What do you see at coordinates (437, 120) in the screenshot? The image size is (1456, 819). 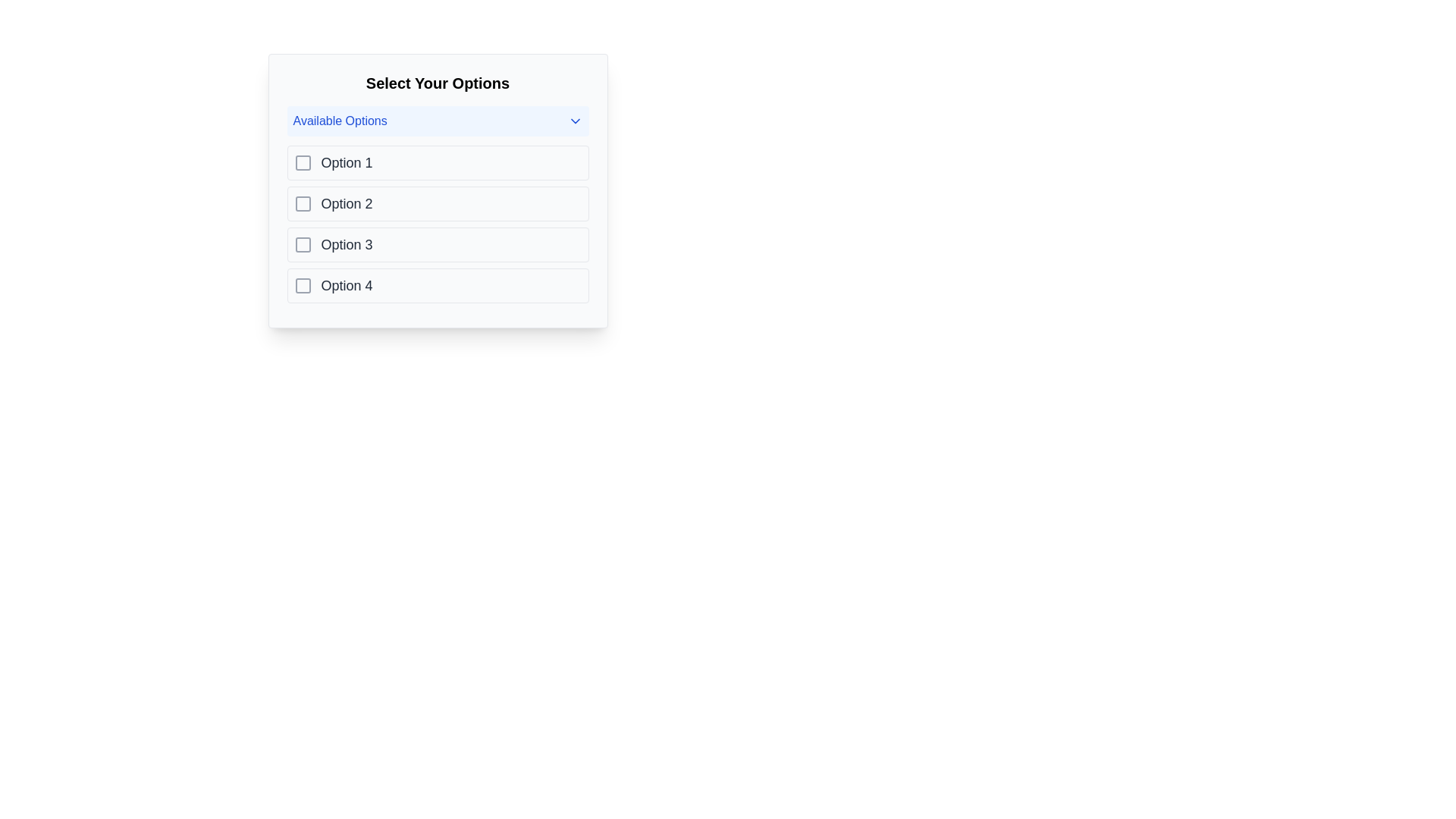 I see `the dropdown trigger labeled 'Available Options'` at bounding box center [437, 120].